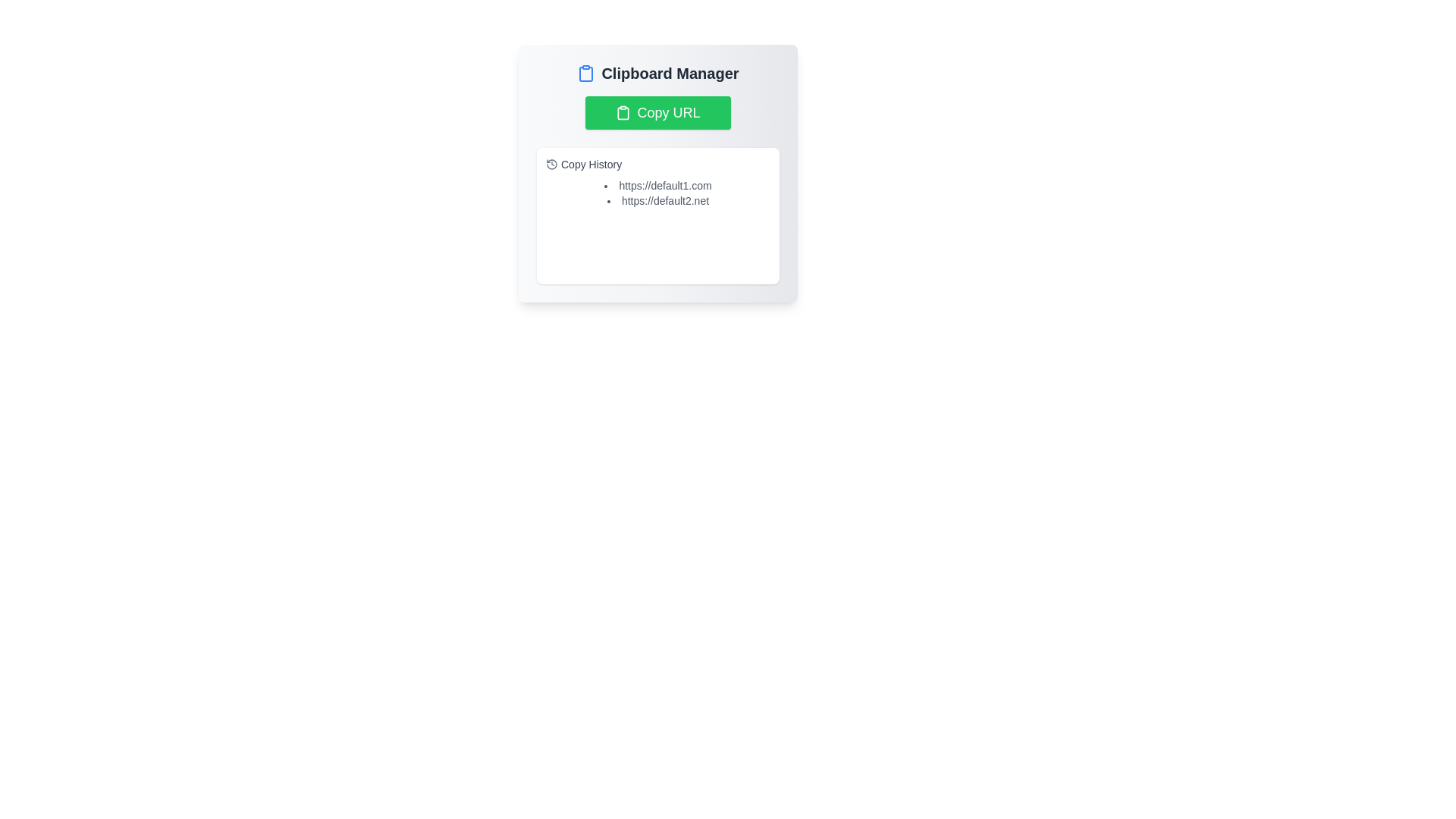 This screenshot has height=819, width=1456. What do you see at coordinates (658, 172) in the screenshot?
I see `the clipboard management panel to access its contained elements such as buttons and text` at bounding box center [658, 172].